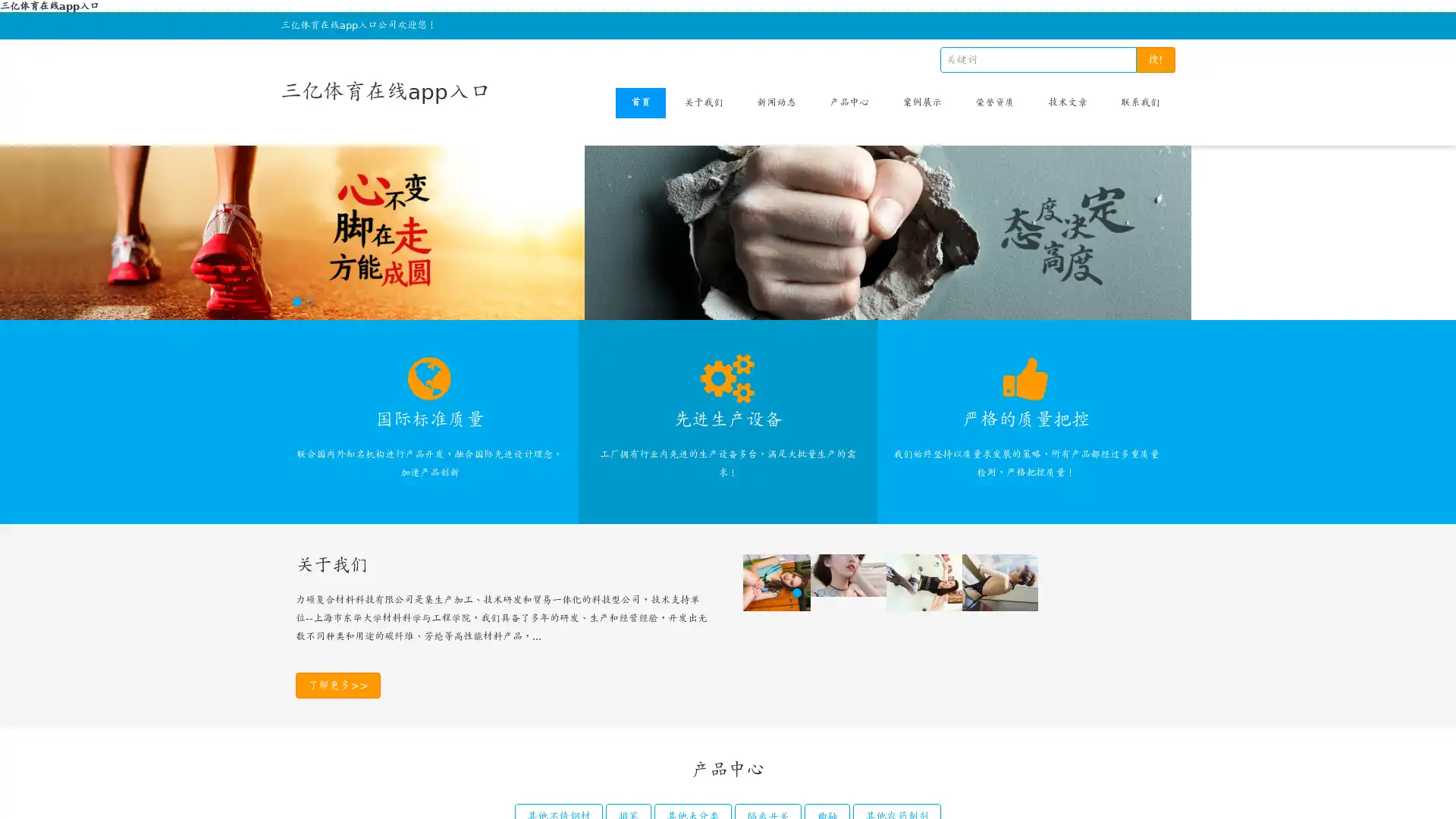 This screenshot has width=1456, height=819. Describe the element at coordinates (1155, 58) in the screenshot. I see `!` at that location.